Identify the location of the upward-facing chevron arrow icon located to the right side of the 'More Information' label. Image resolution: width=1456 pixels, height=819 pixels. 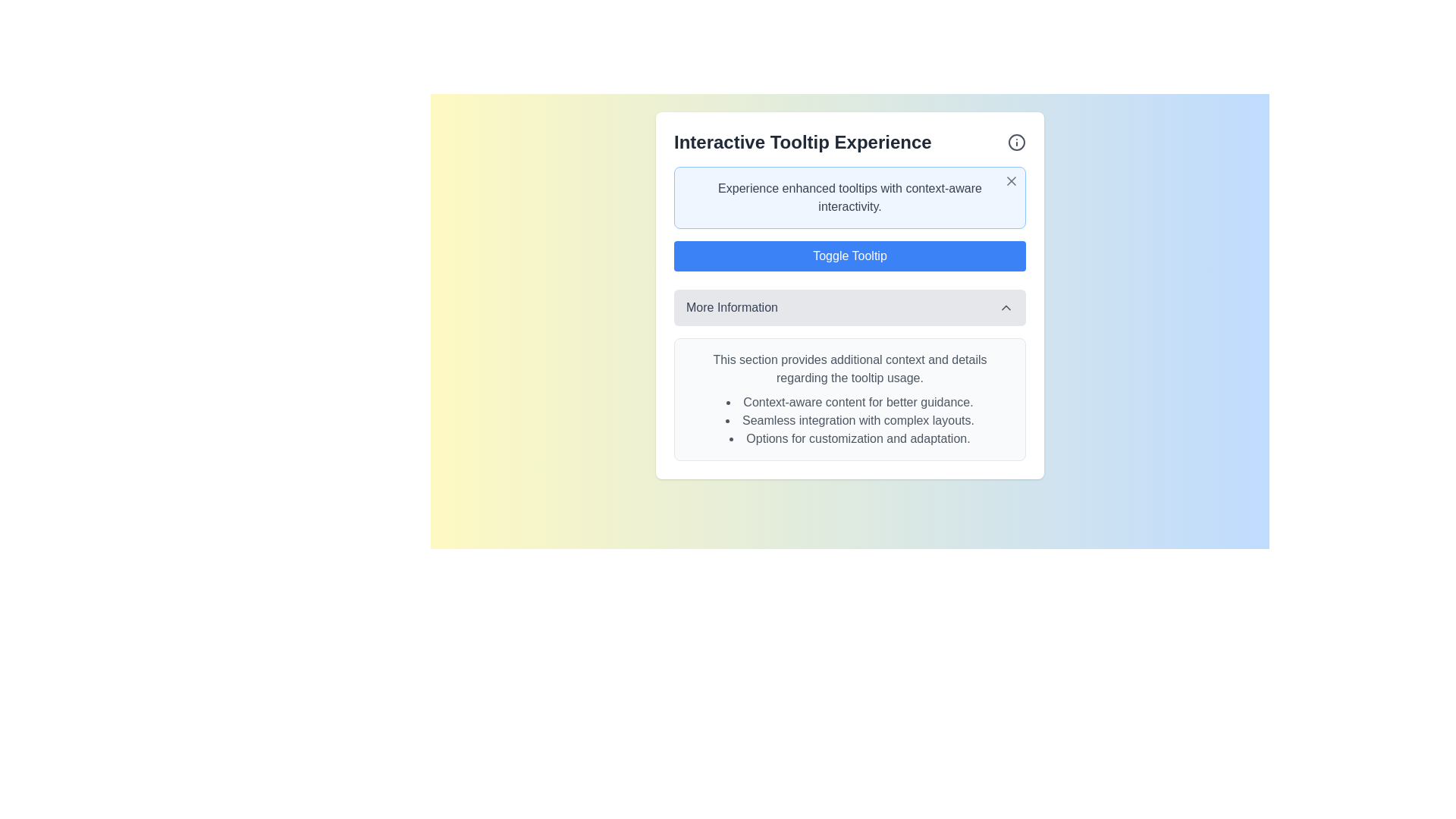
(1006, 307).